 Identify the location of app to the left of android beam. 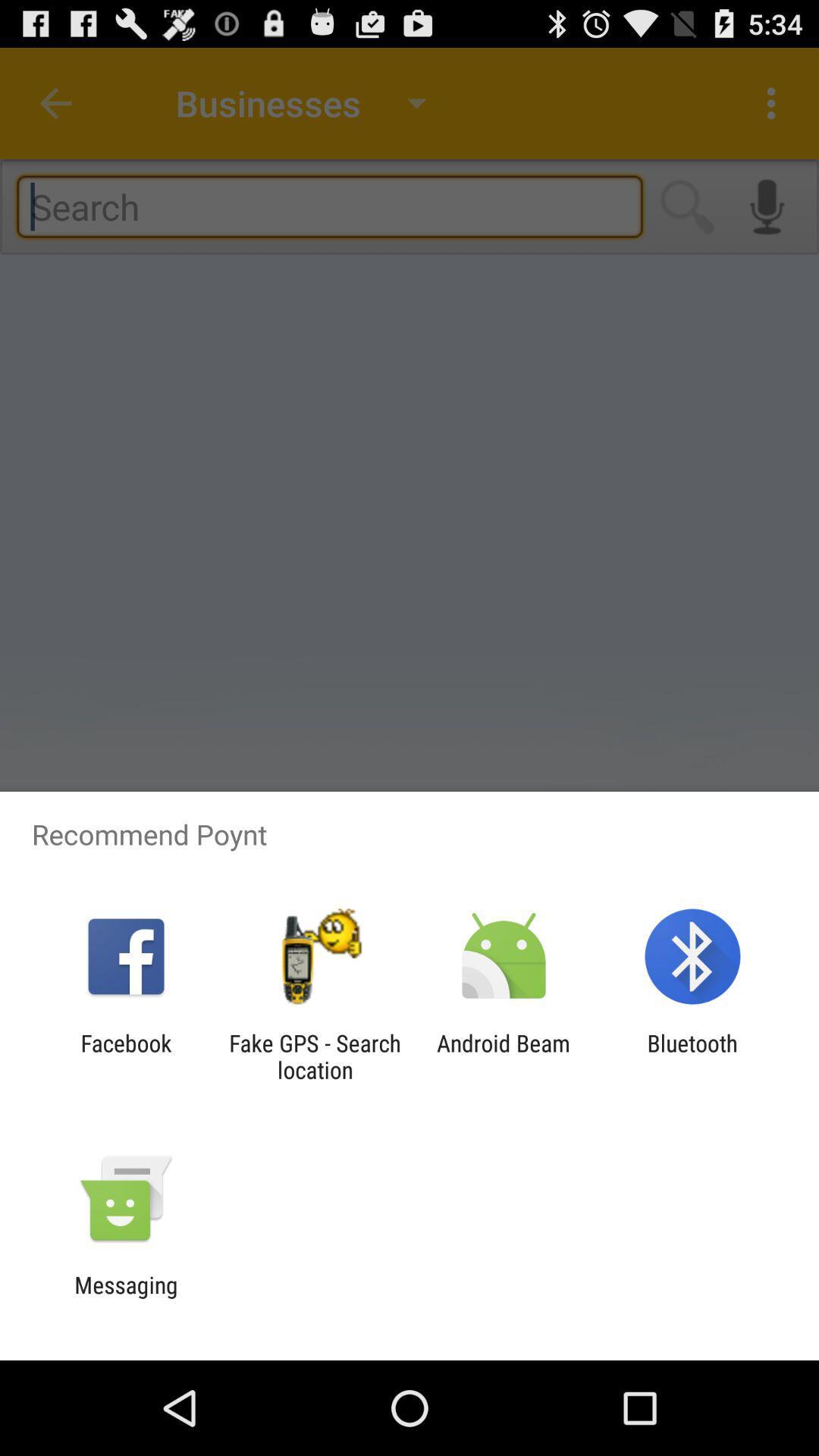
(314, 1056).